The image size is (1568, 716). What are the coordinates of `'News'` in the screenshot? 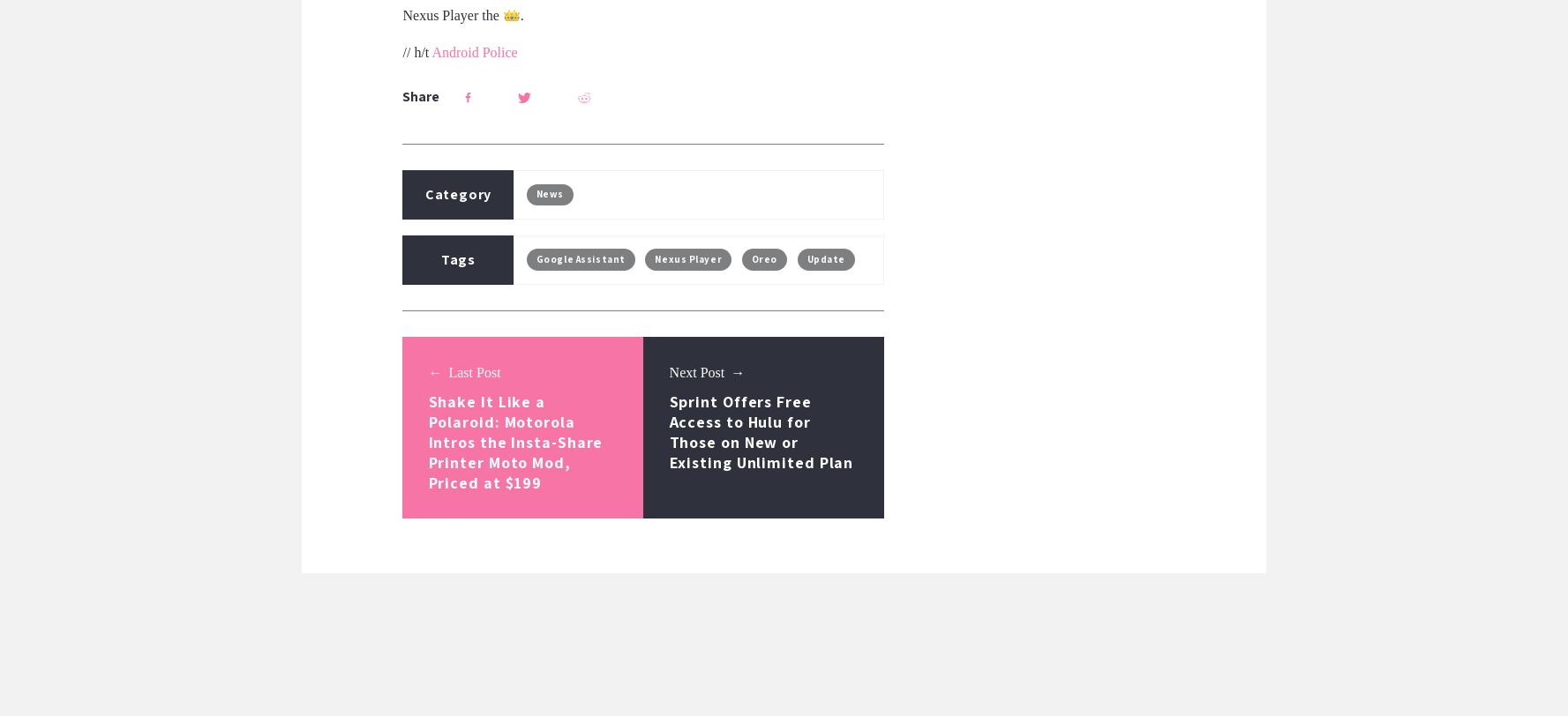 It's located at (550, 192).